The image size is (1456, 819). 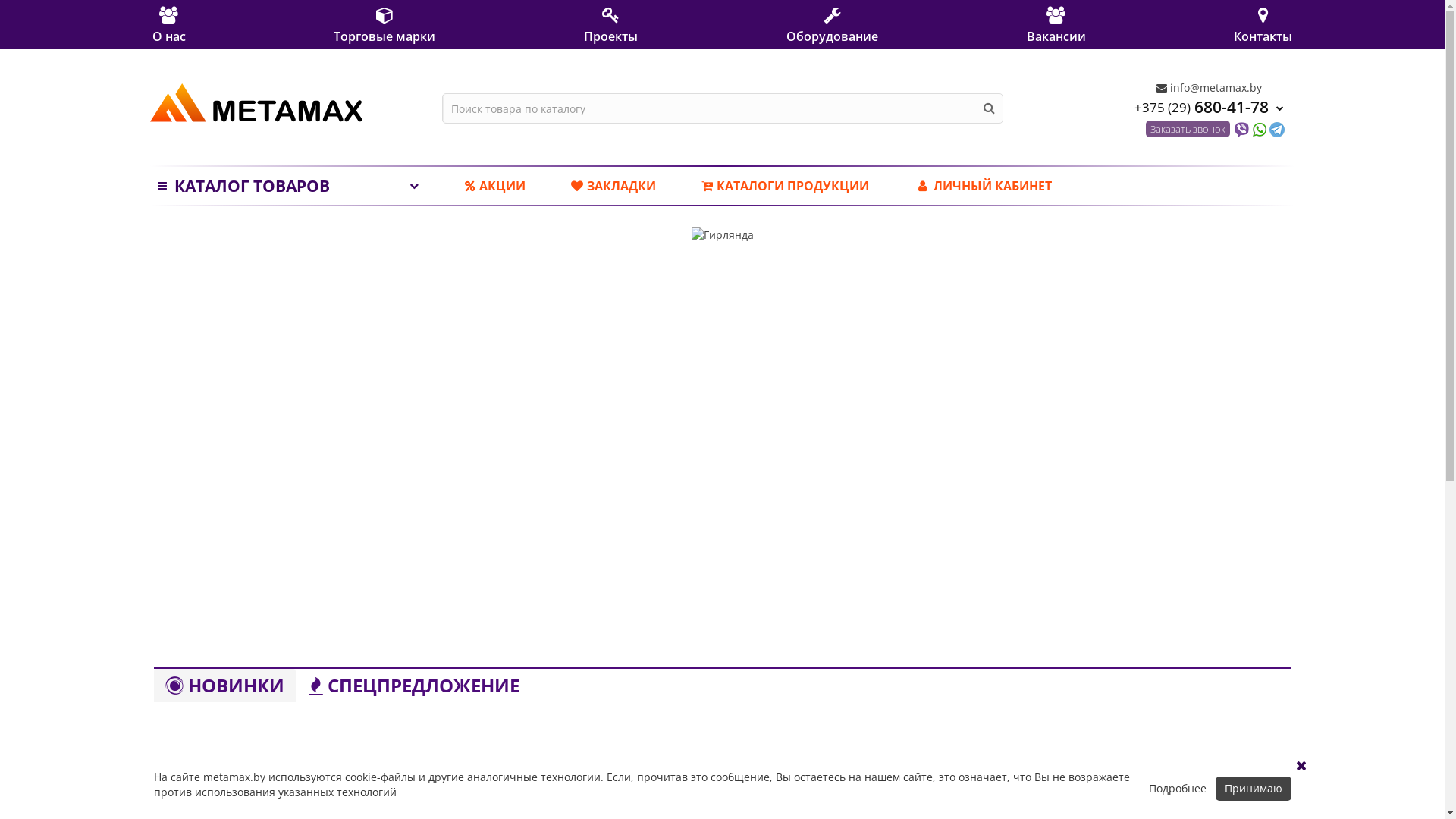 What do you see at coordinates (256, 102) in the screenshot?
I see `'Metamax.by'` at bounding box center [256, 102].